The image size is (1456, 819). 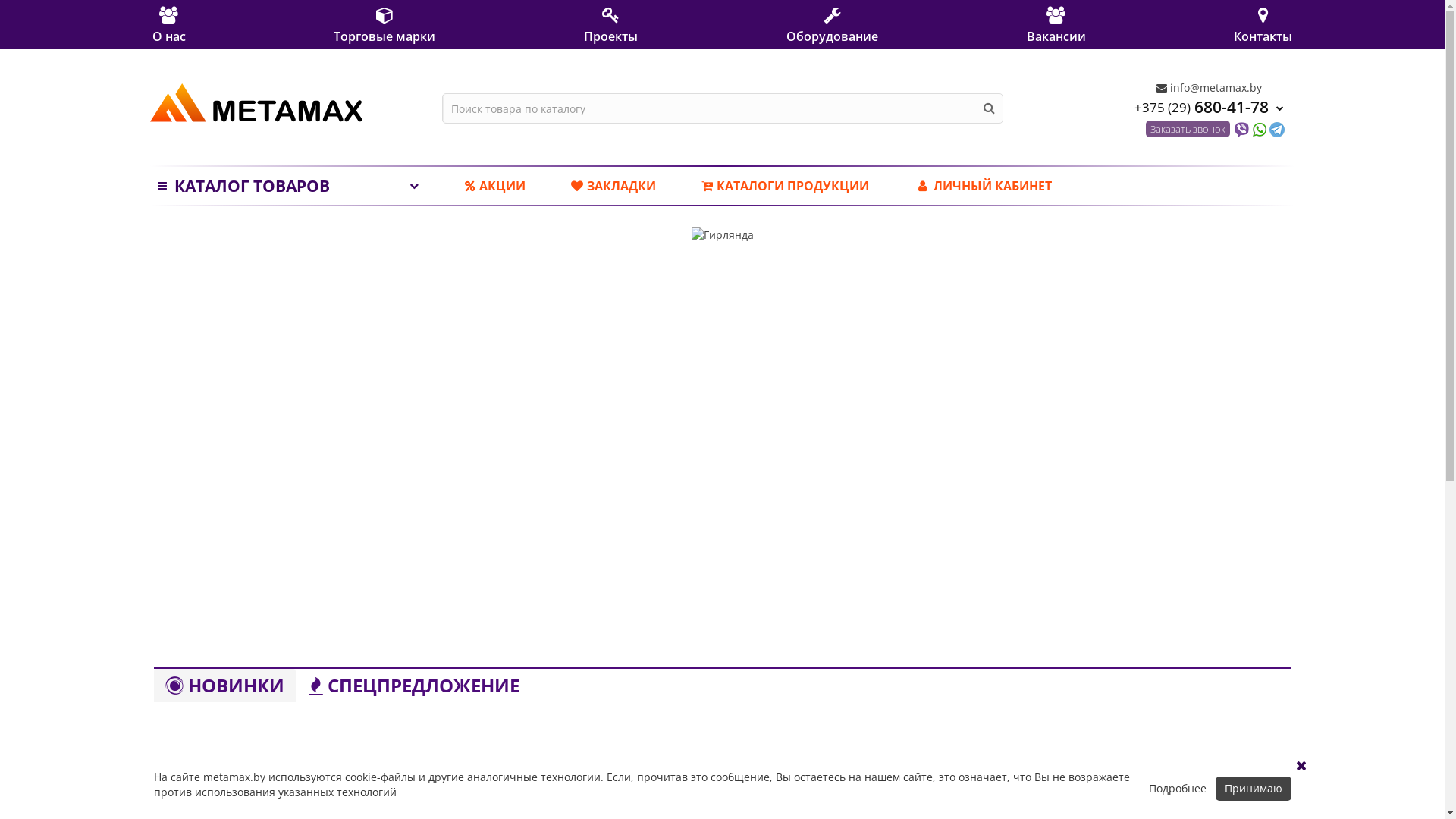 What do you see at coordinates (256, 102) in the screenshot?
I see `'Metamax.by'` at bounding box center [256, 102].